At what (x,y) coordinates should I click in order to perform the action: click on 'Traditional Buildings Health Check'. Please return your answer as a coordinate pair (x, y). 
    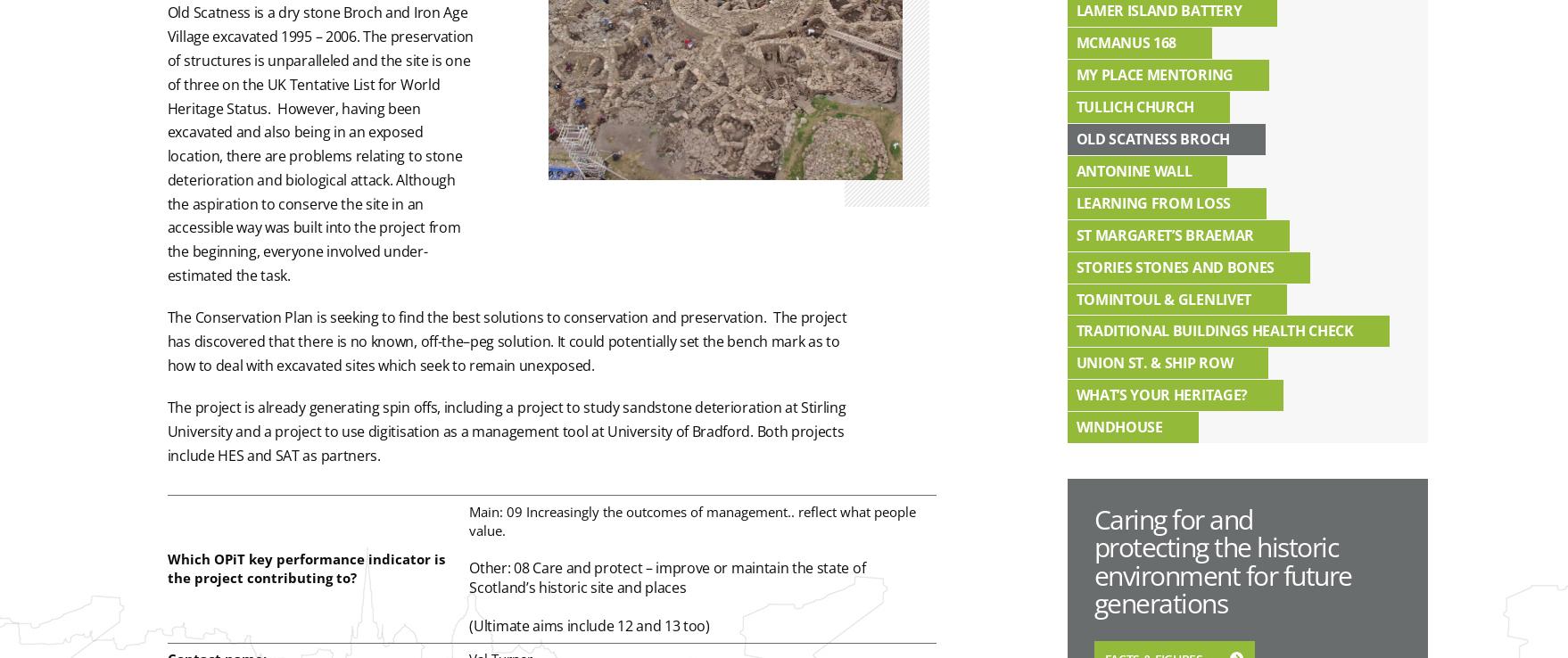
    Looking at the image, I should click on (1075, 329).